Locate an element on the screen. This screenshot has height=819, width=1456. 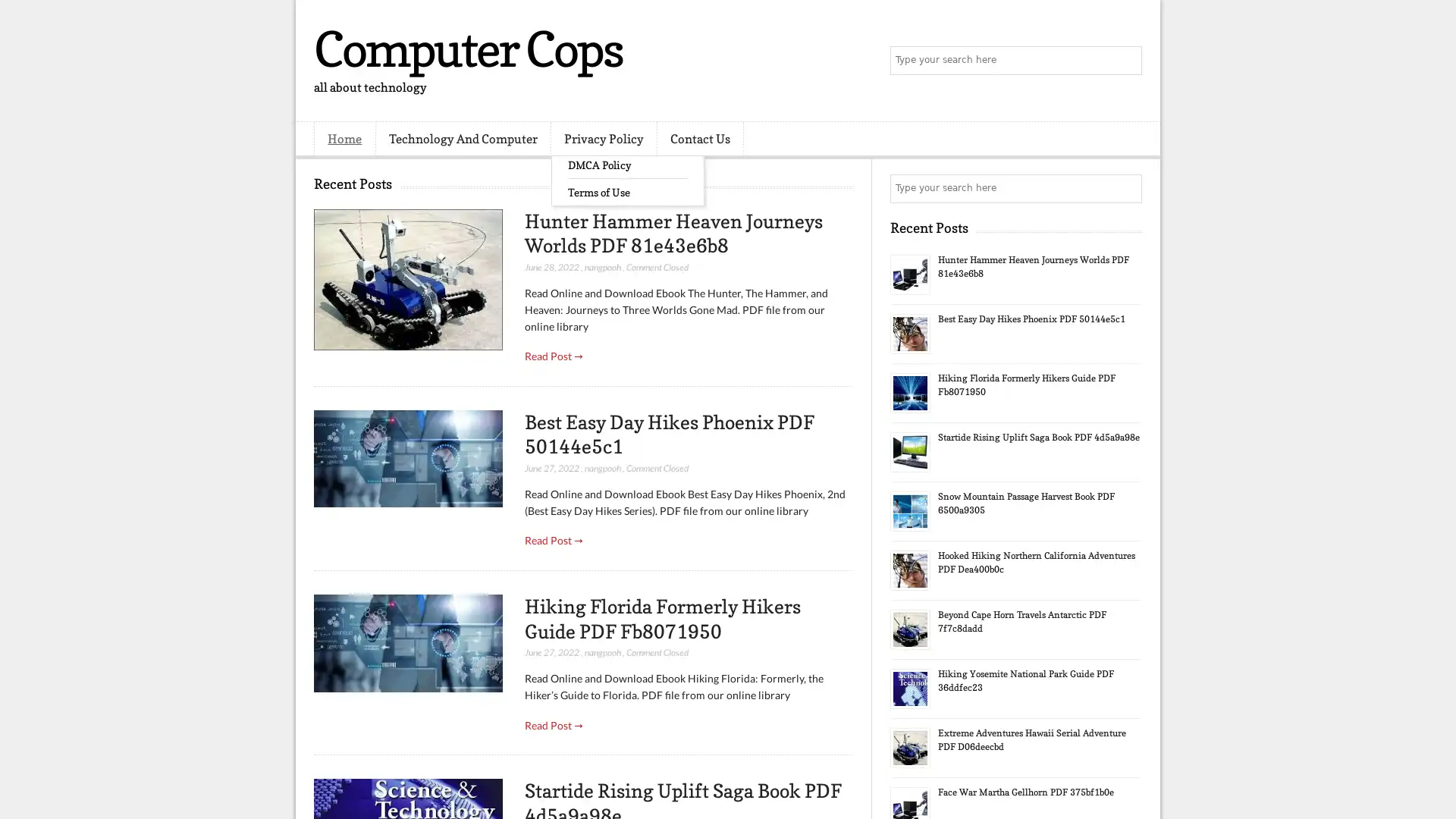
Search is located at coordinates (1126, 188).